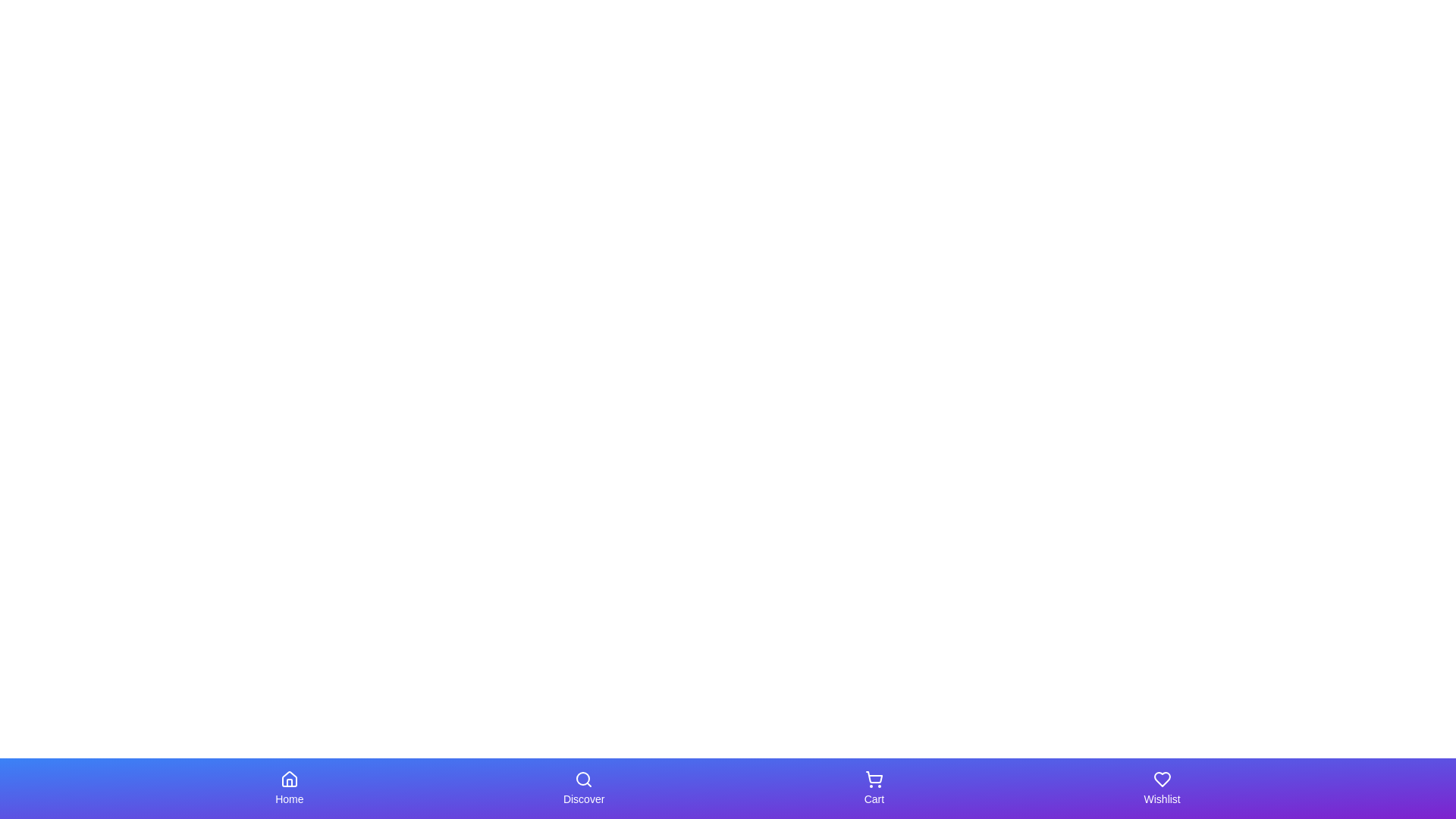 This screenshot has width=1456, height=819. I want to click on the Home button to select the corresponding tab, so click(289, 788).